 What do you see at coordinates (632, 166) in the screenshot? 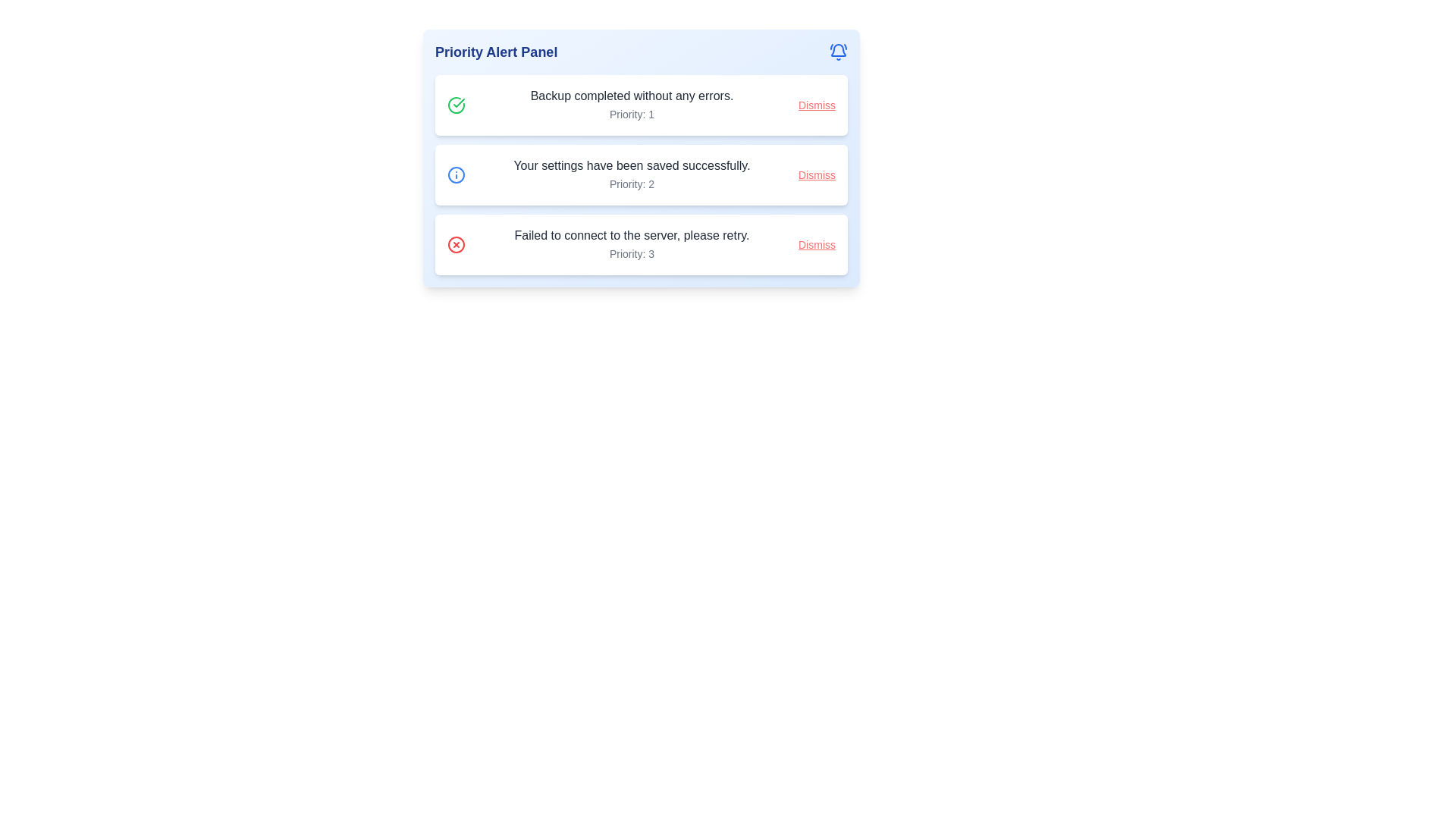
I see `informational text confirming that the settings have been successfully saved, which is the second alert message in the alert panel` at bounding box center [632, 166].